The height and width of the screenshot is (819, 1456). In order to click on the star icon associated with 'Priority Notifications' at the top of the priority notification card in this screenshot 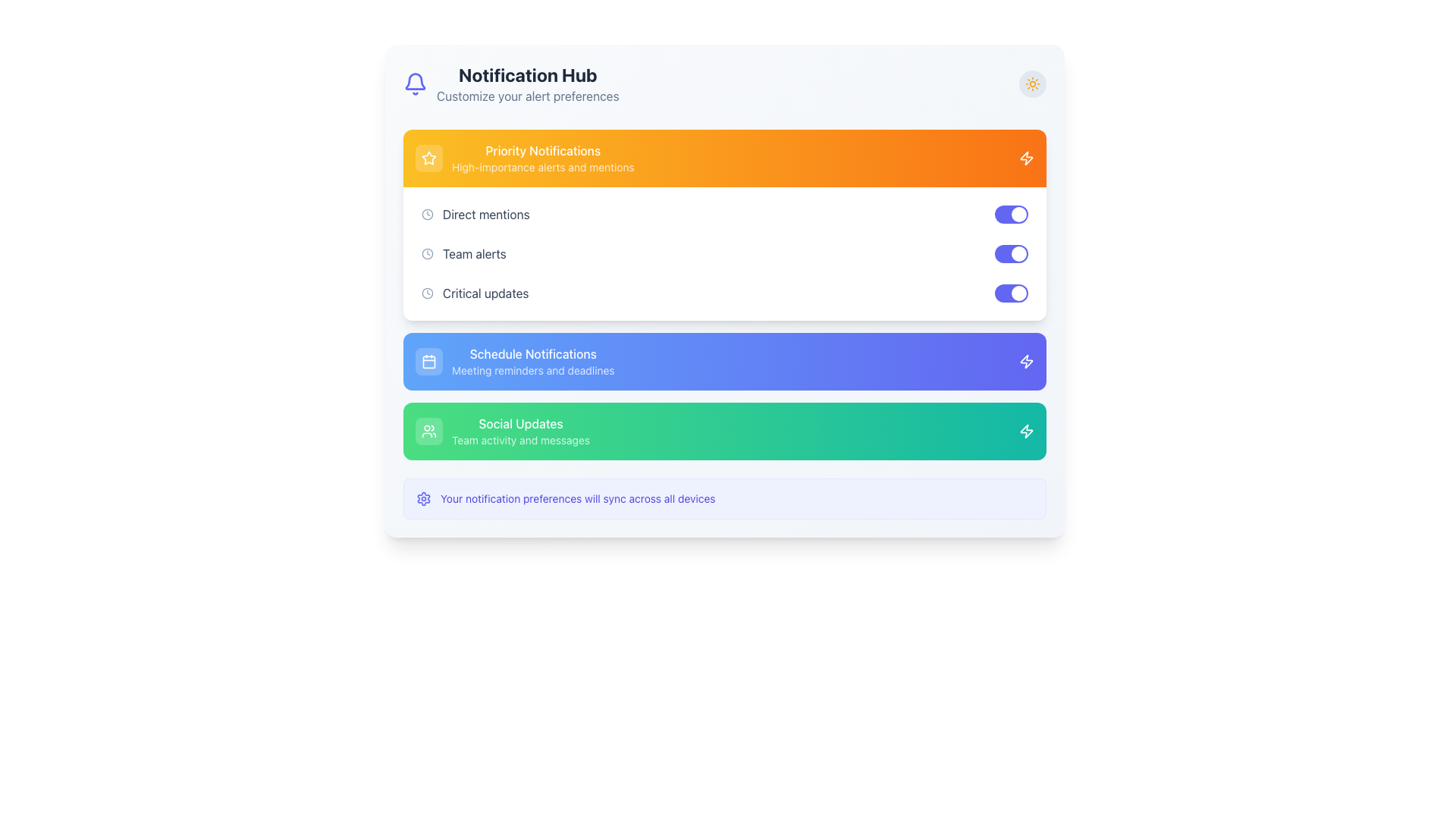, I will do `click(428, 158)`.